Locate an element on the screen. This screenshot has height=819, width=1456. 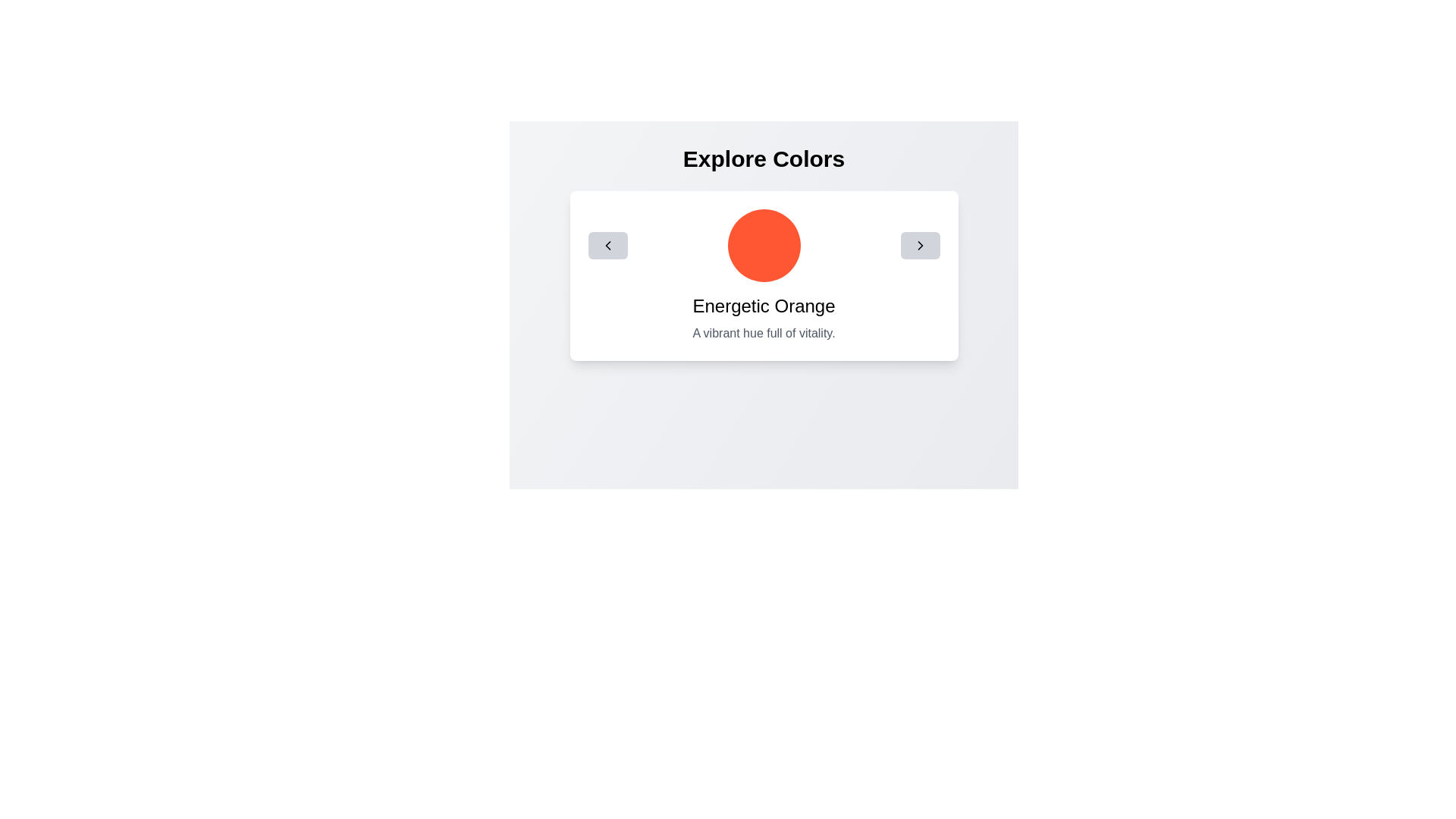
the rectangular button with rounded corners and a light gray background that contains a left-pointing chevron icon is located at coordinates (607, 245).